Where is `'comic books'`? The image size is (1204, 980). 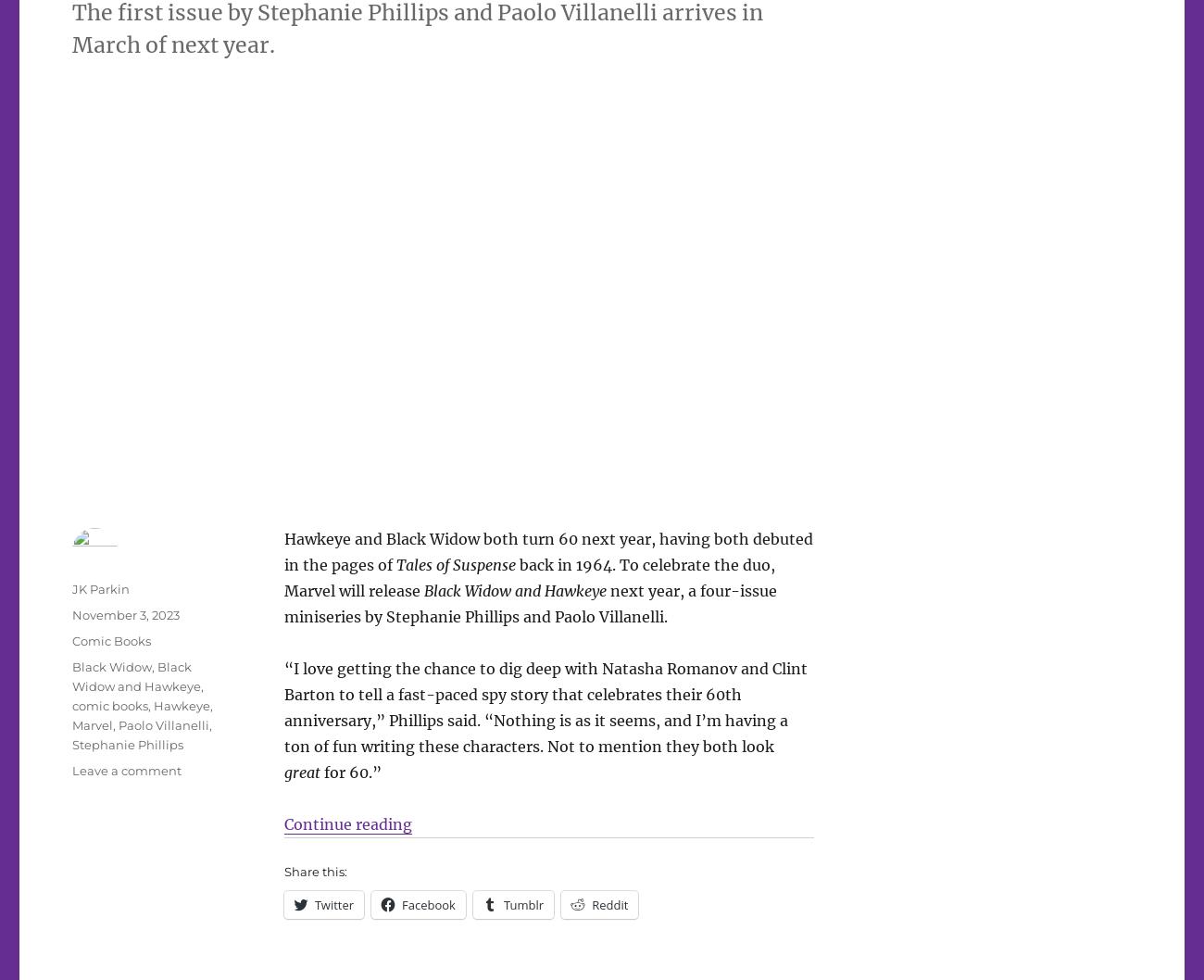 'comic books' is located at coordinates (108, 705).